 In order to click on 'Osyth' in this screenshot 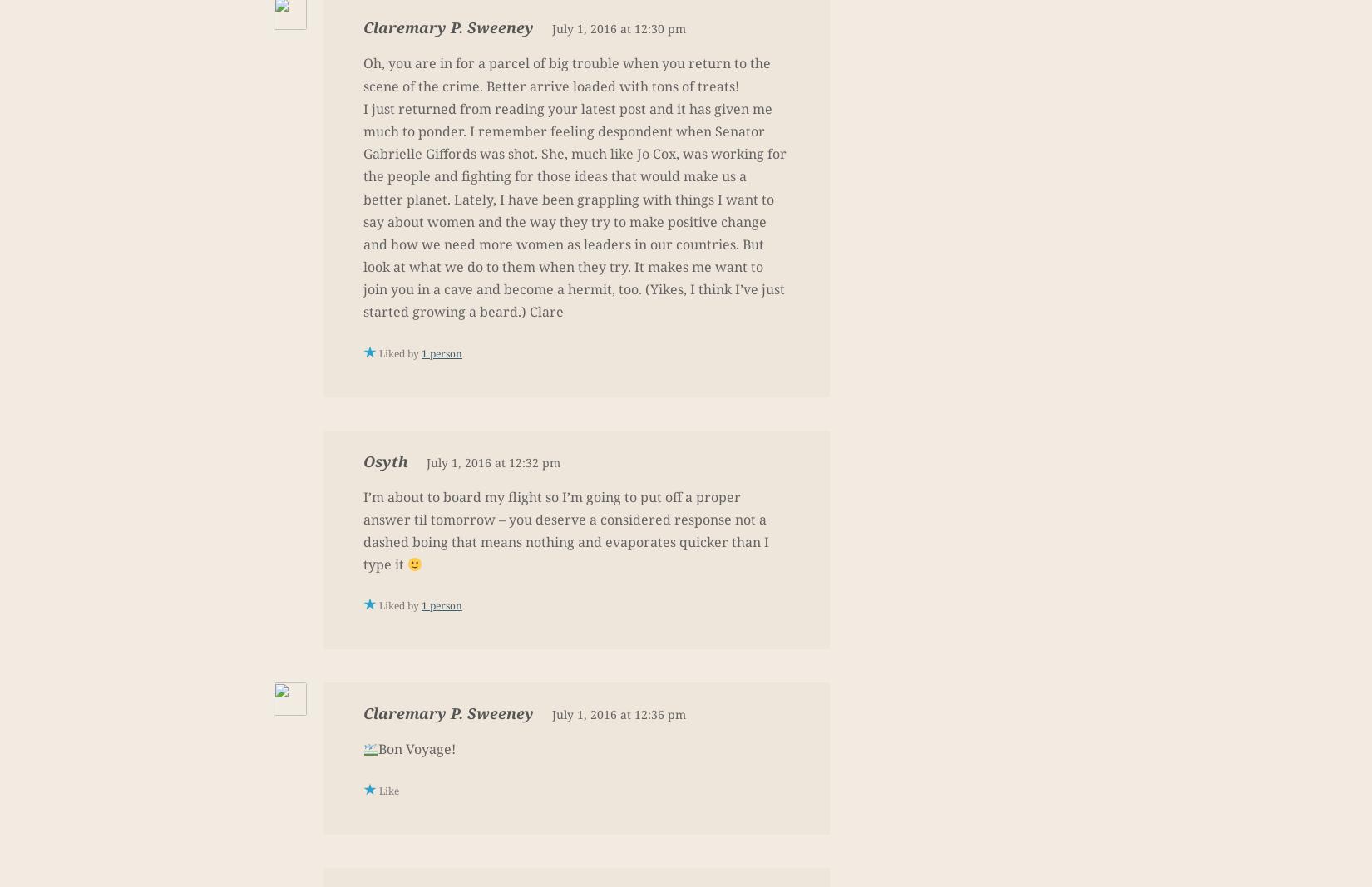, I will do `click(362, 460)`.